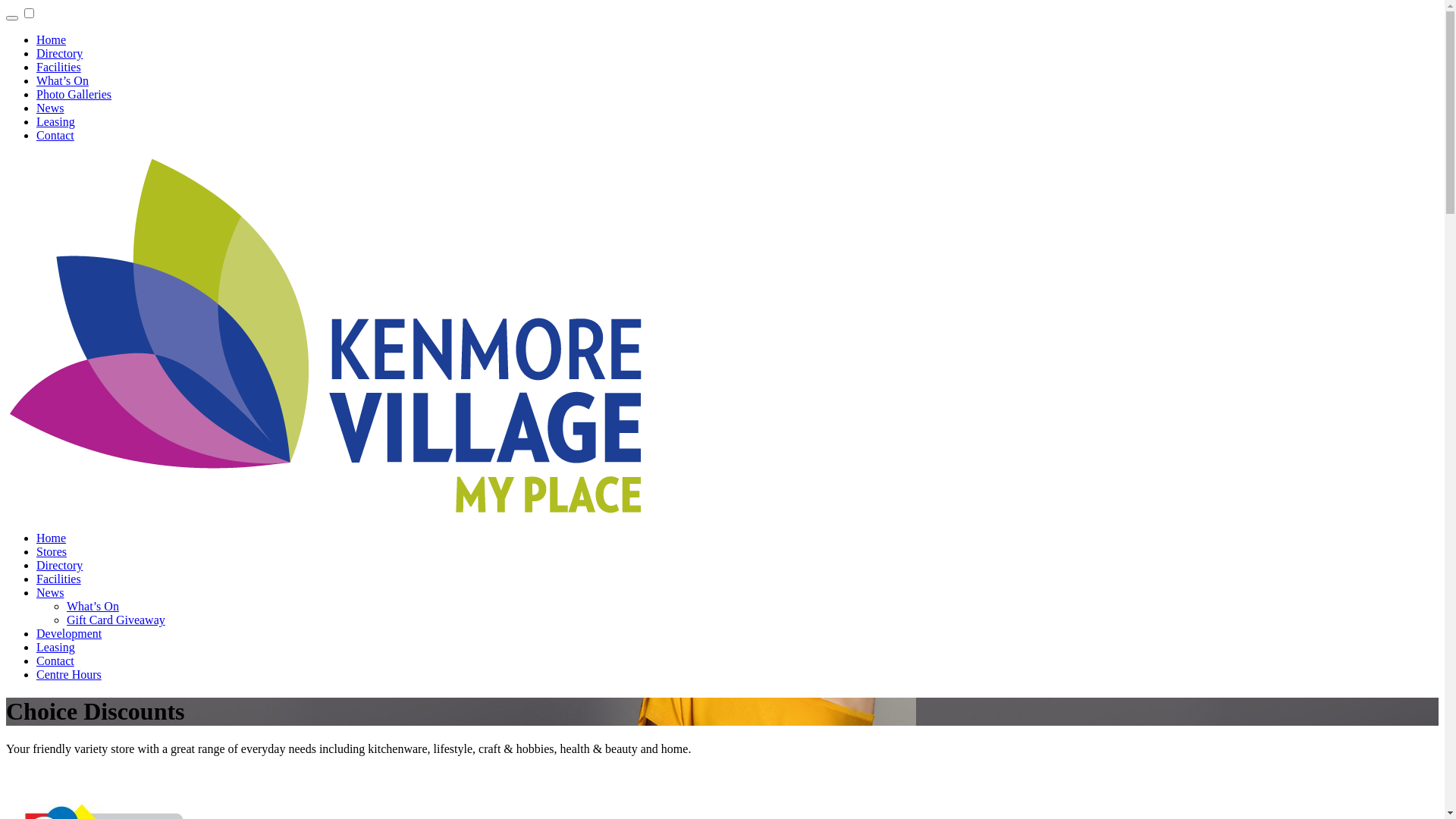  Describe the element at coordinates (58, 66) in the screenshot. I see `'Facilities'` at that location.